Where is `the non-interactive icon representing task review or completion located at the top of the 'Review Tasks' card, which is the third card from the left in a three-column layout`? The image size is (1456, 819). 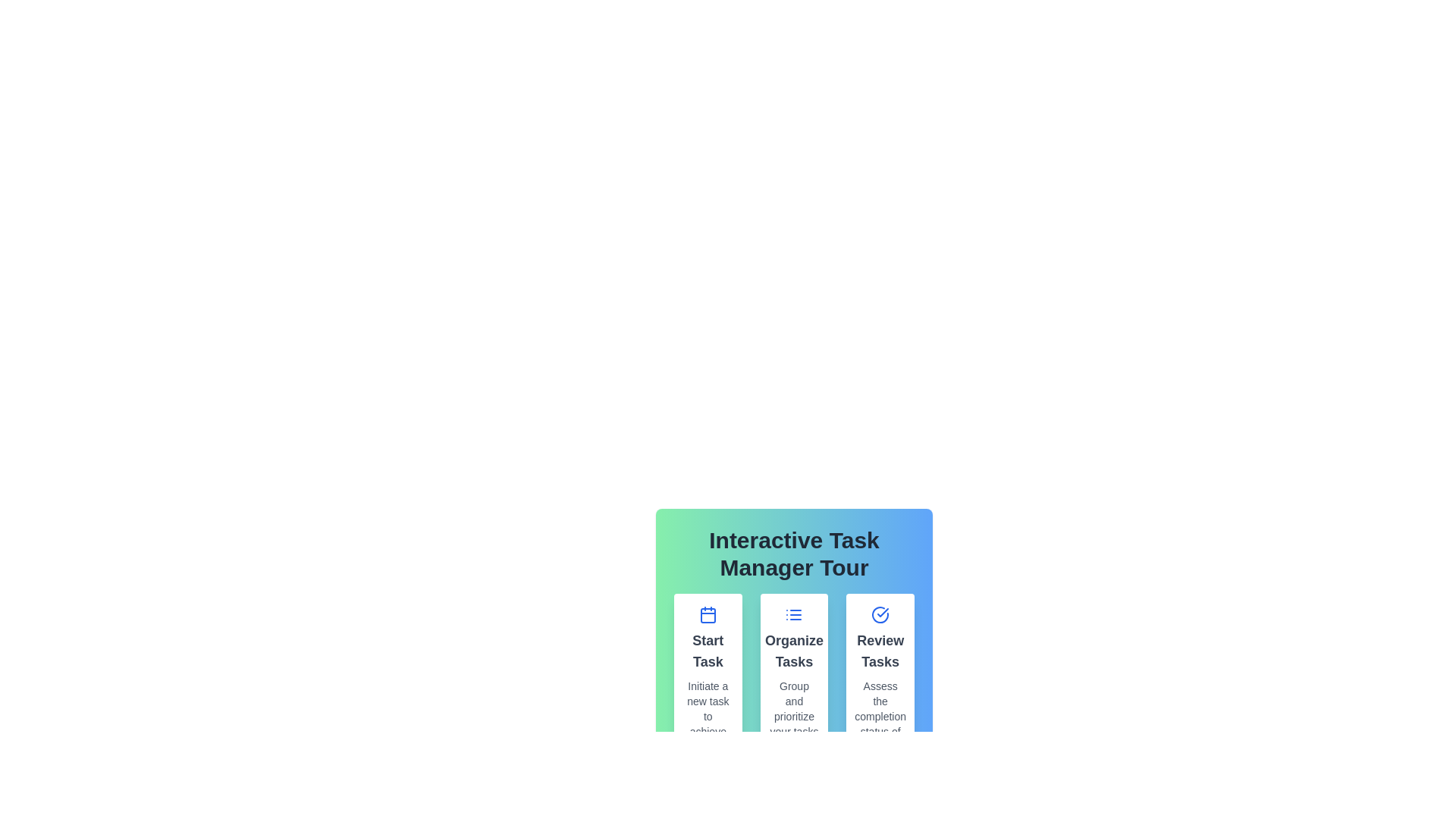 the non-interactive icon representing task review or completion located at the top of the 'Review Tasks' card, which is the third card from the left in a three-column layout is located at coordinates (880, 614).